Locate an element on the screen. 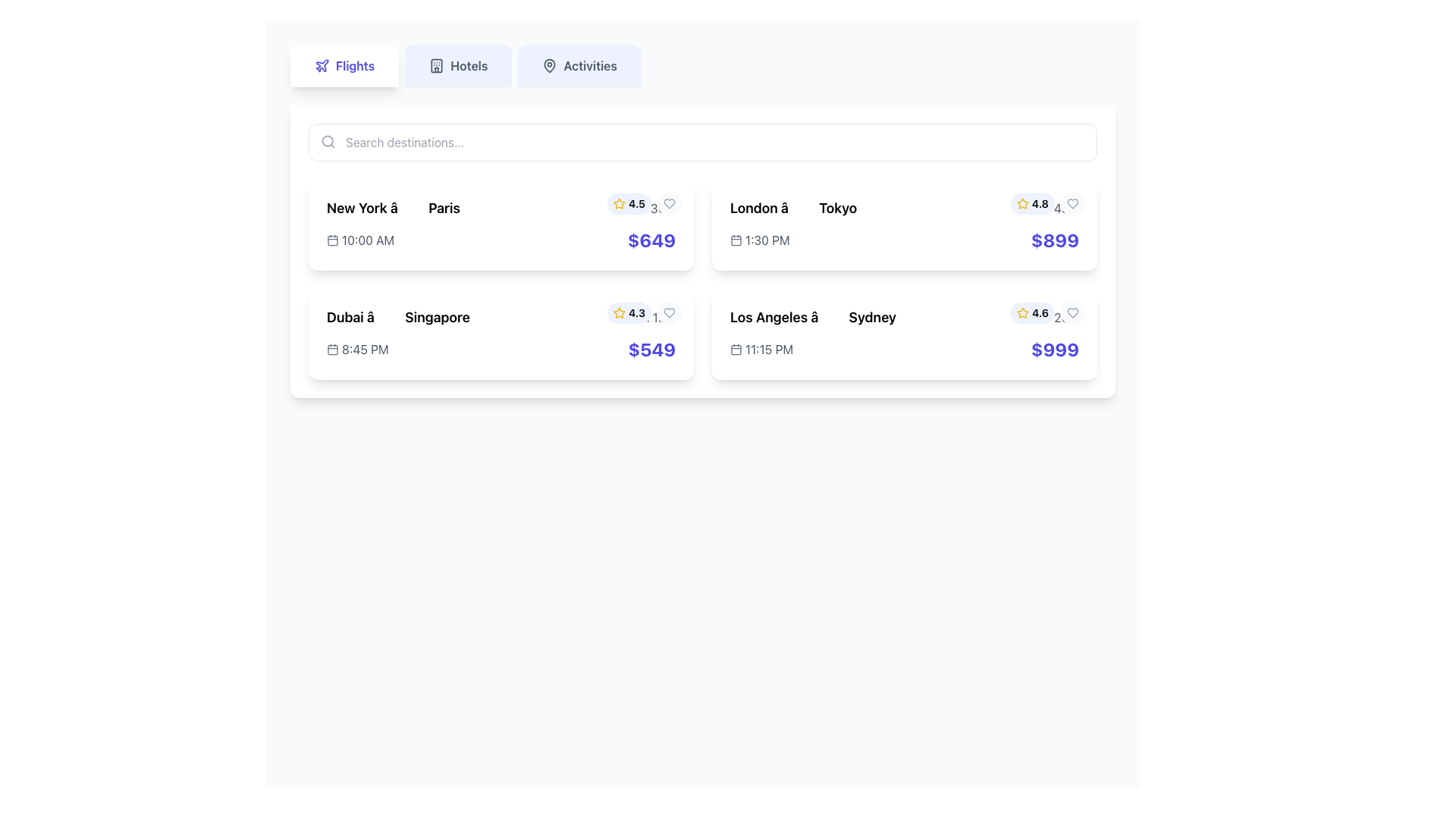 The image size is (1456, 819). the 'Flights' navigation icon located at the top-left corner of the interface is located at coordinates (322, 64).